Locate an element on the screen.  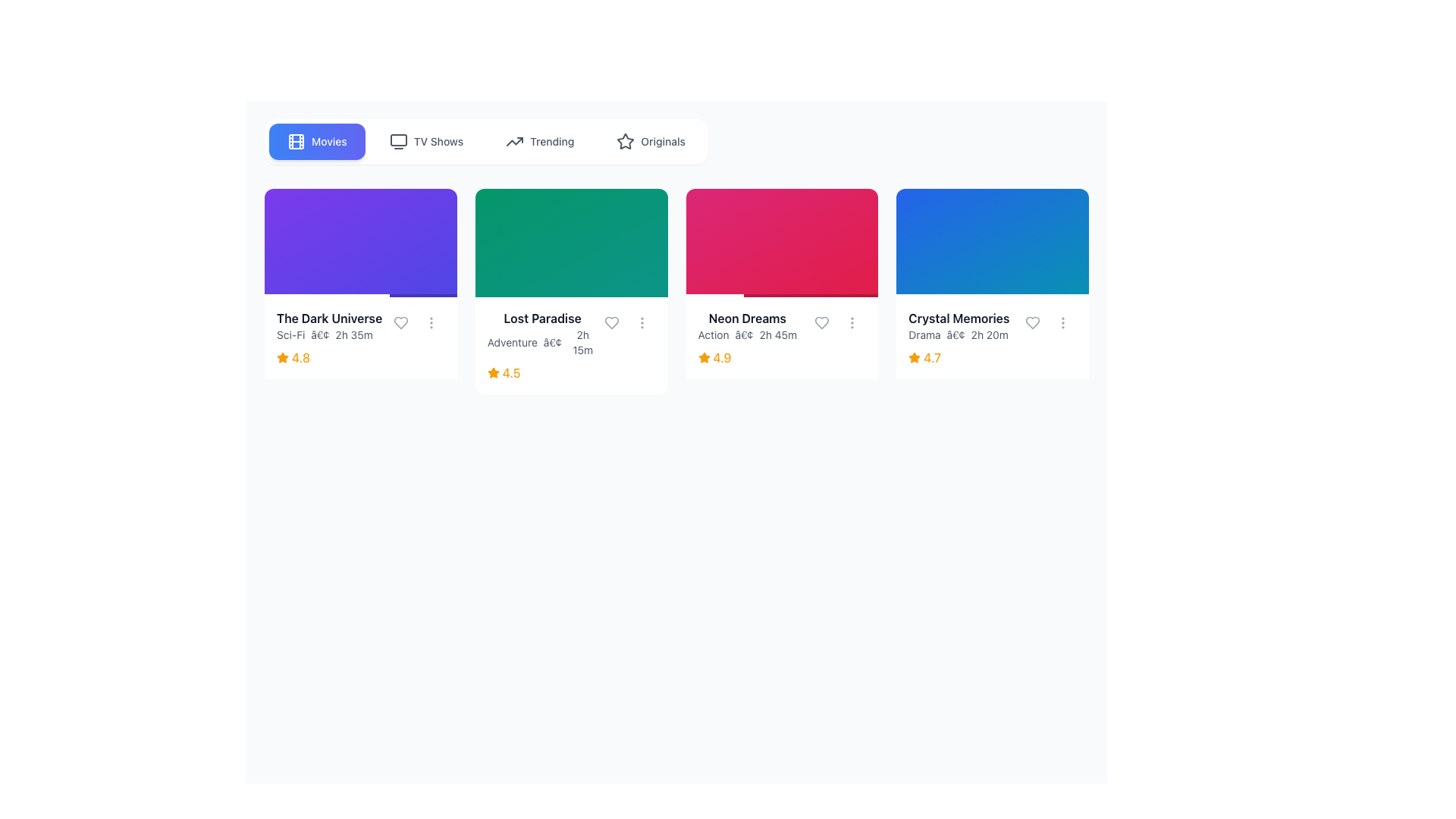
the text block displaying 'Lost Paradise' and 'Adventure • 2h 15m' within the second info card with a green background is located at coordinates (542, 332).